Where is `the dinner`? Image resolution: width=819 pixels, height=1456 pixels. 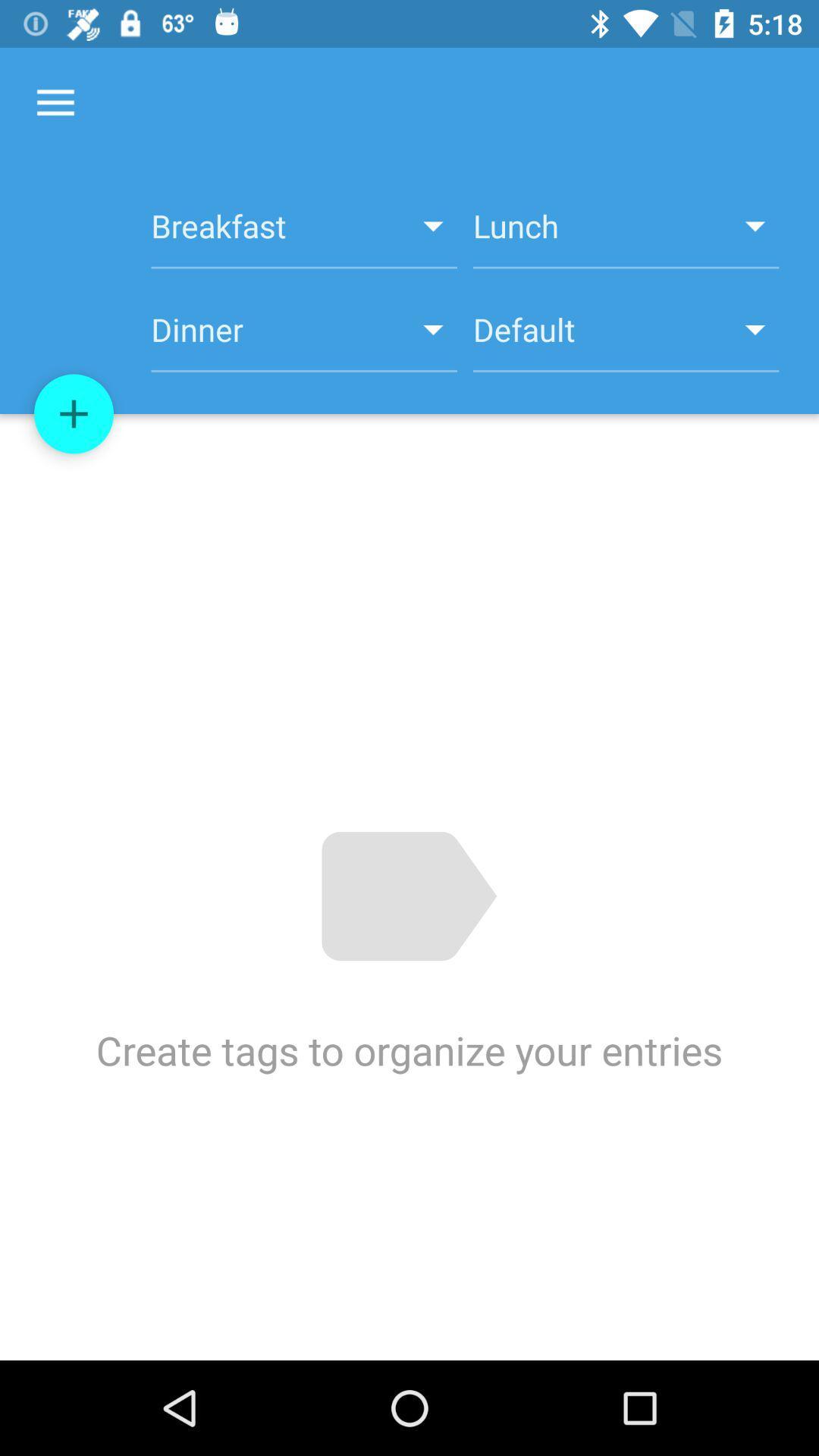
the dinner is located at coordinates (304, 337).